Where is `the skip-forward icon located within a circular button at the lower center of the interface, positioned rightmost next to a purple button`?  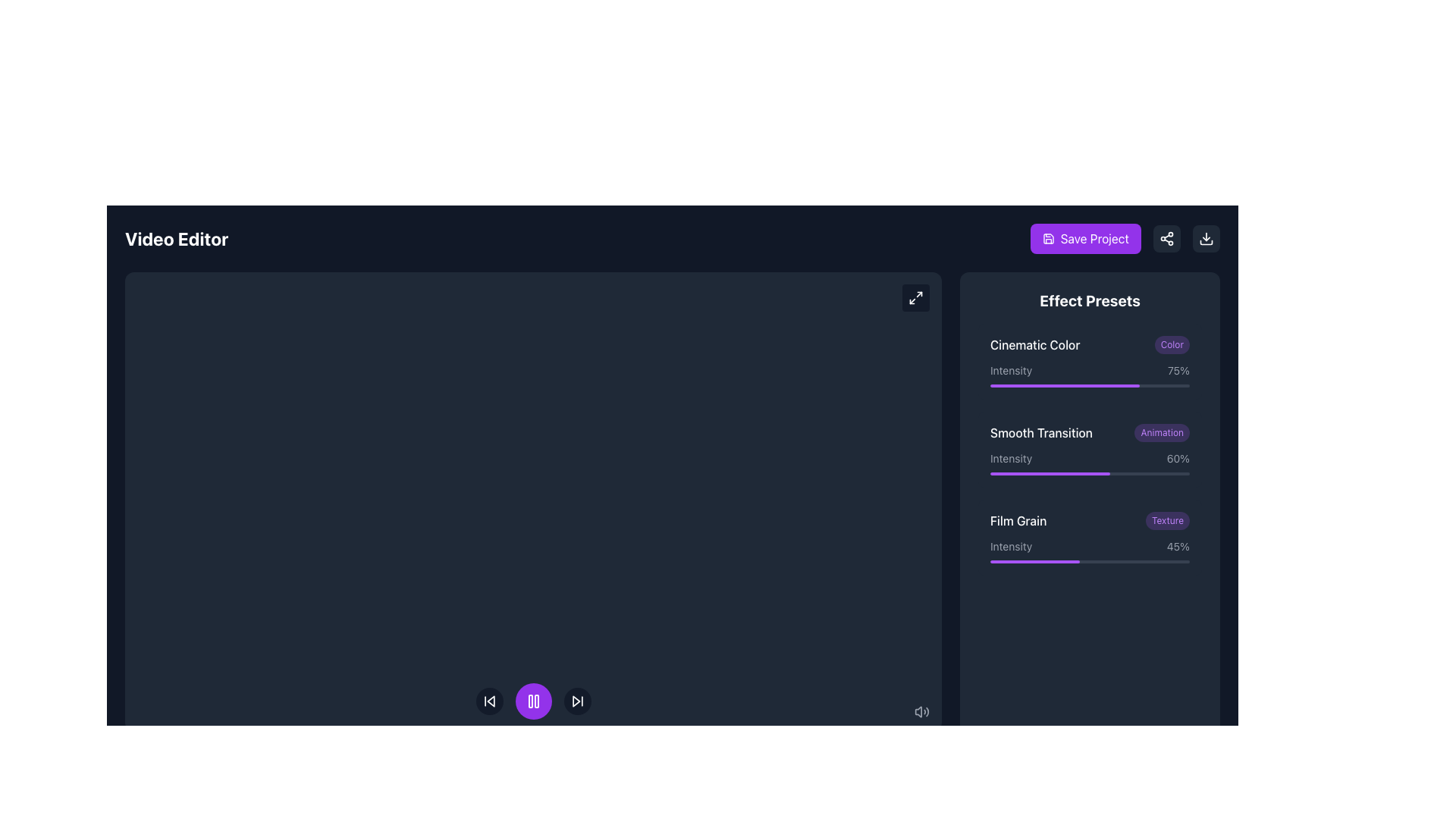 the skip-forward icon located within a circular button at the lower center of the interface, positioned rightmost next to a purple button is located at coordinates (576, 701).